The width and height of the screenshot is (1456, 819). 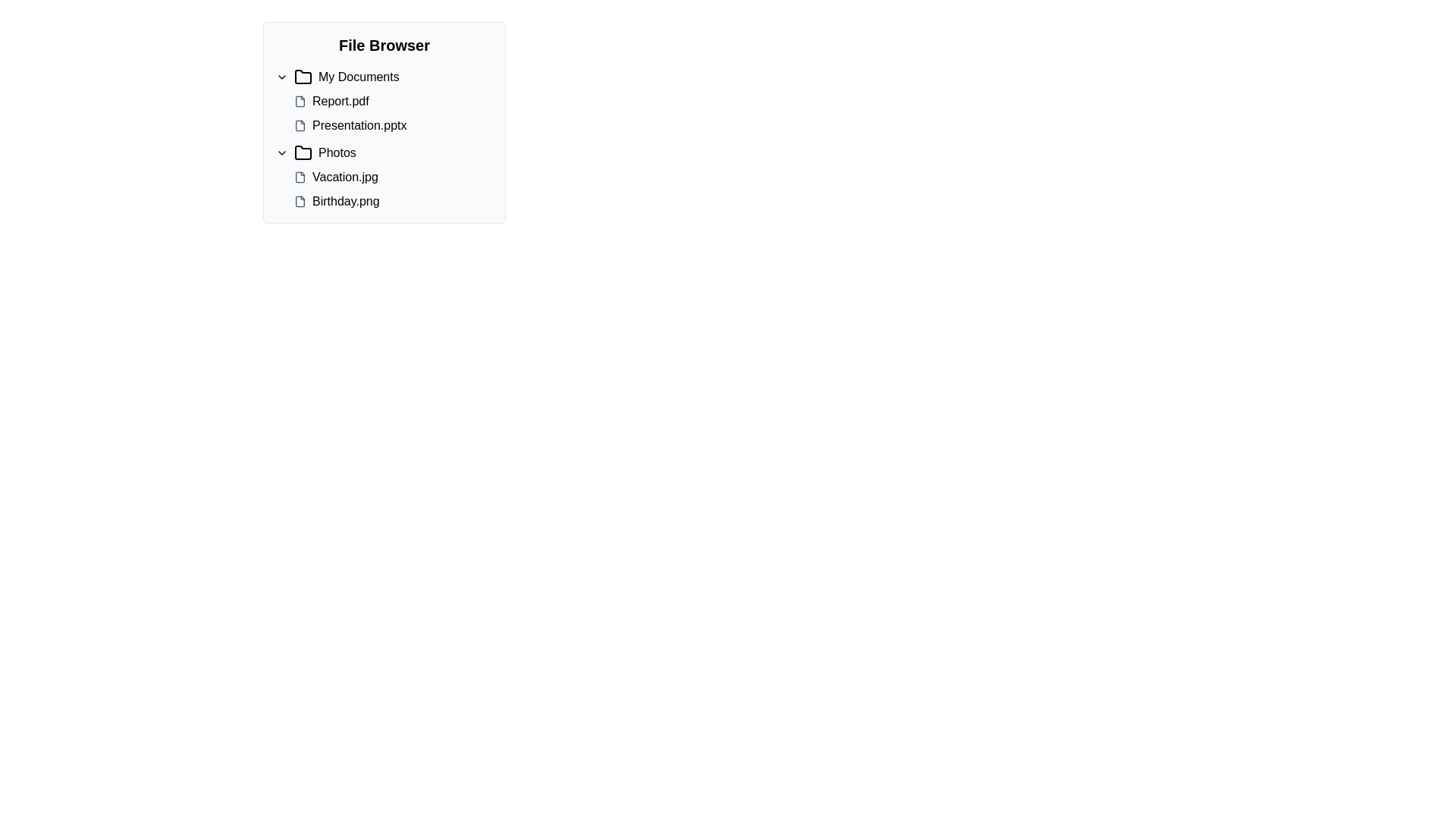 What do you see at coordinates (393, 102) in the screenshot?
I see `the list item labeled 'Report.pdf'` at bounding box center [393, 102].